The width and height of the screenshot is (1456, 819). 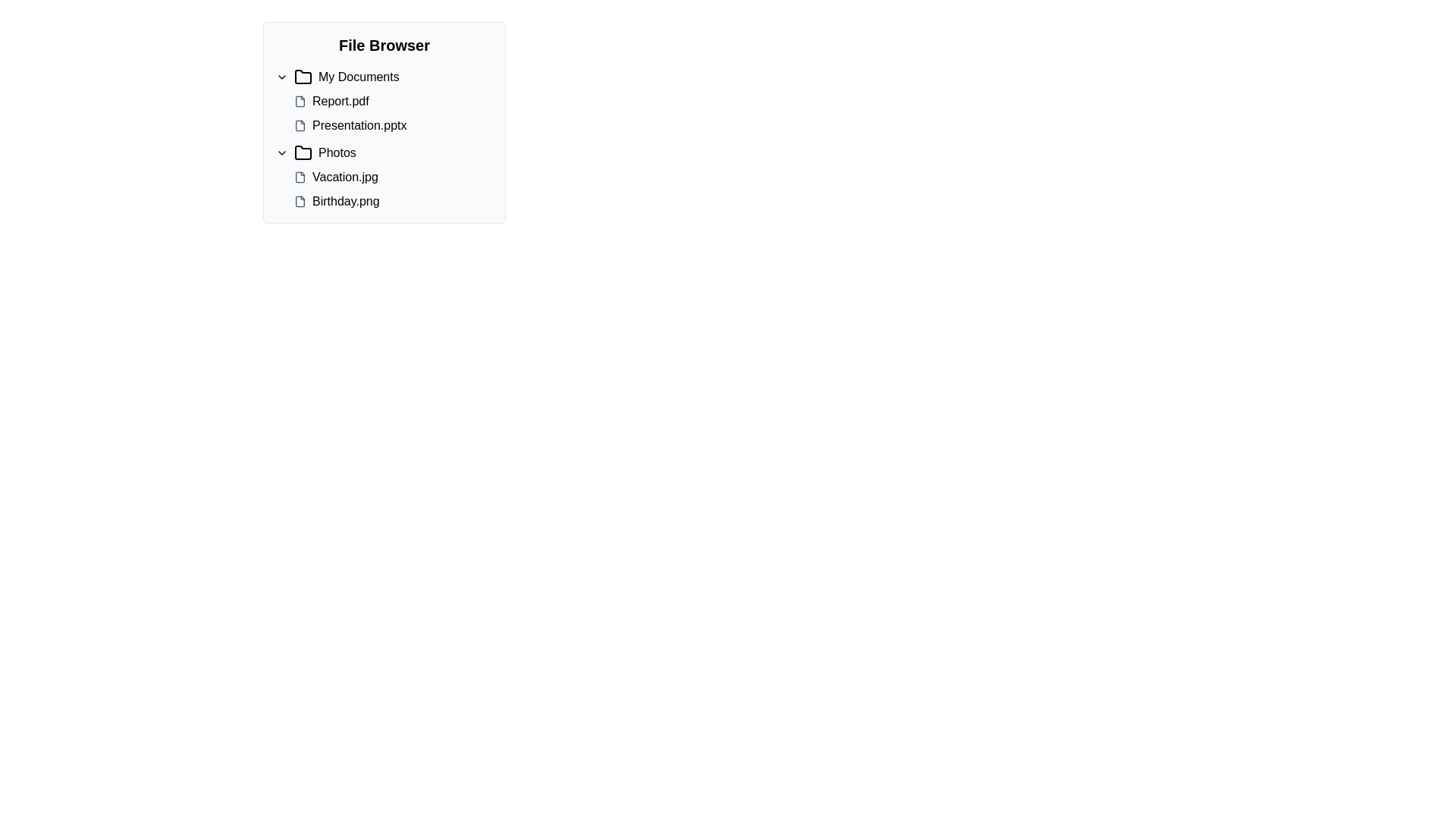 What do you see at coordinates (393, 102) in the screenshot?
I see `the list item labeled 'Report.pdf'` at bounding box center [393, 102].